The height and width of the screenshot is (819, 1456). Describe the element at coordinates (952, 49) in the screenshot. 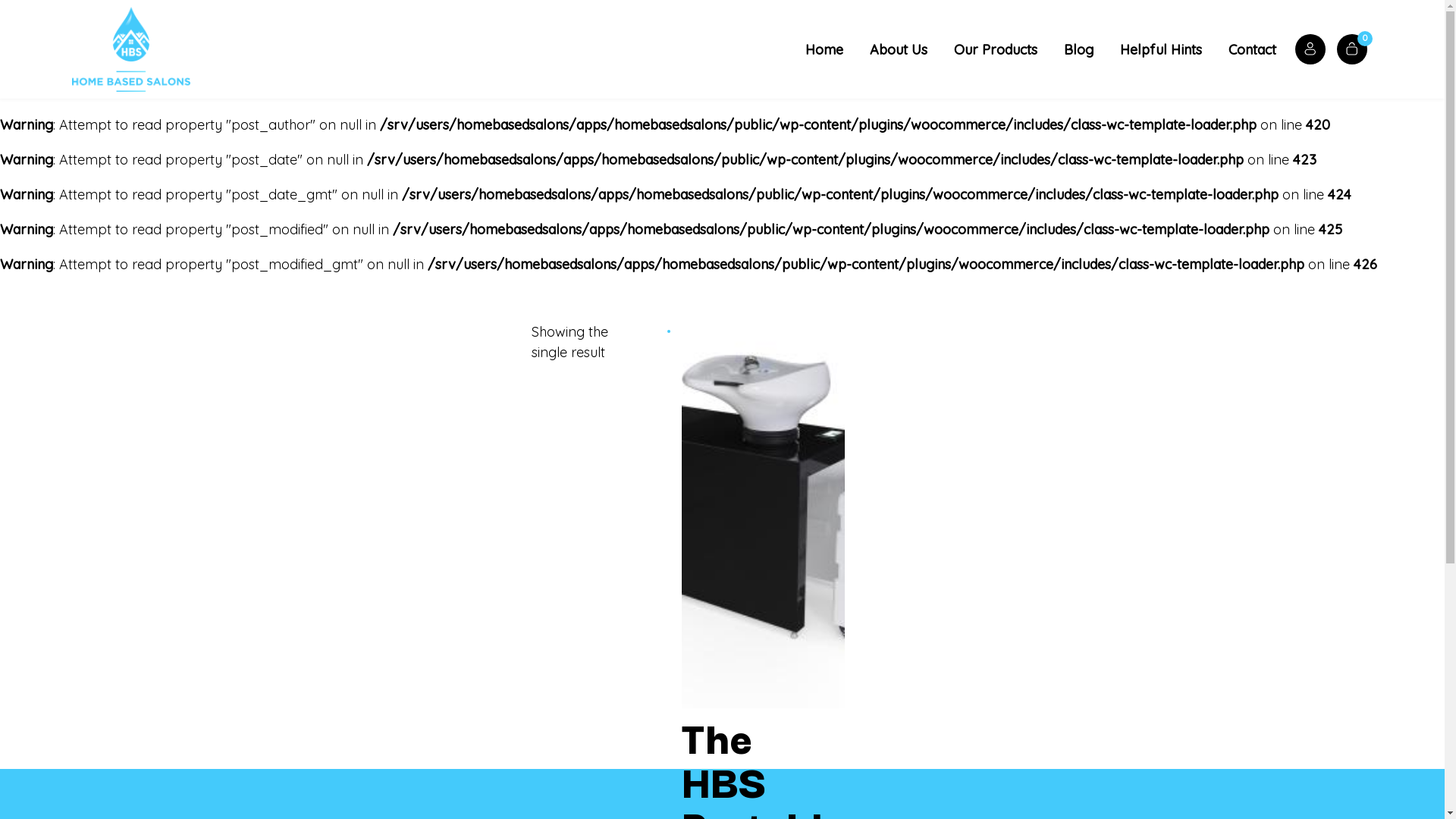

I see `'Our Products'` at that location.